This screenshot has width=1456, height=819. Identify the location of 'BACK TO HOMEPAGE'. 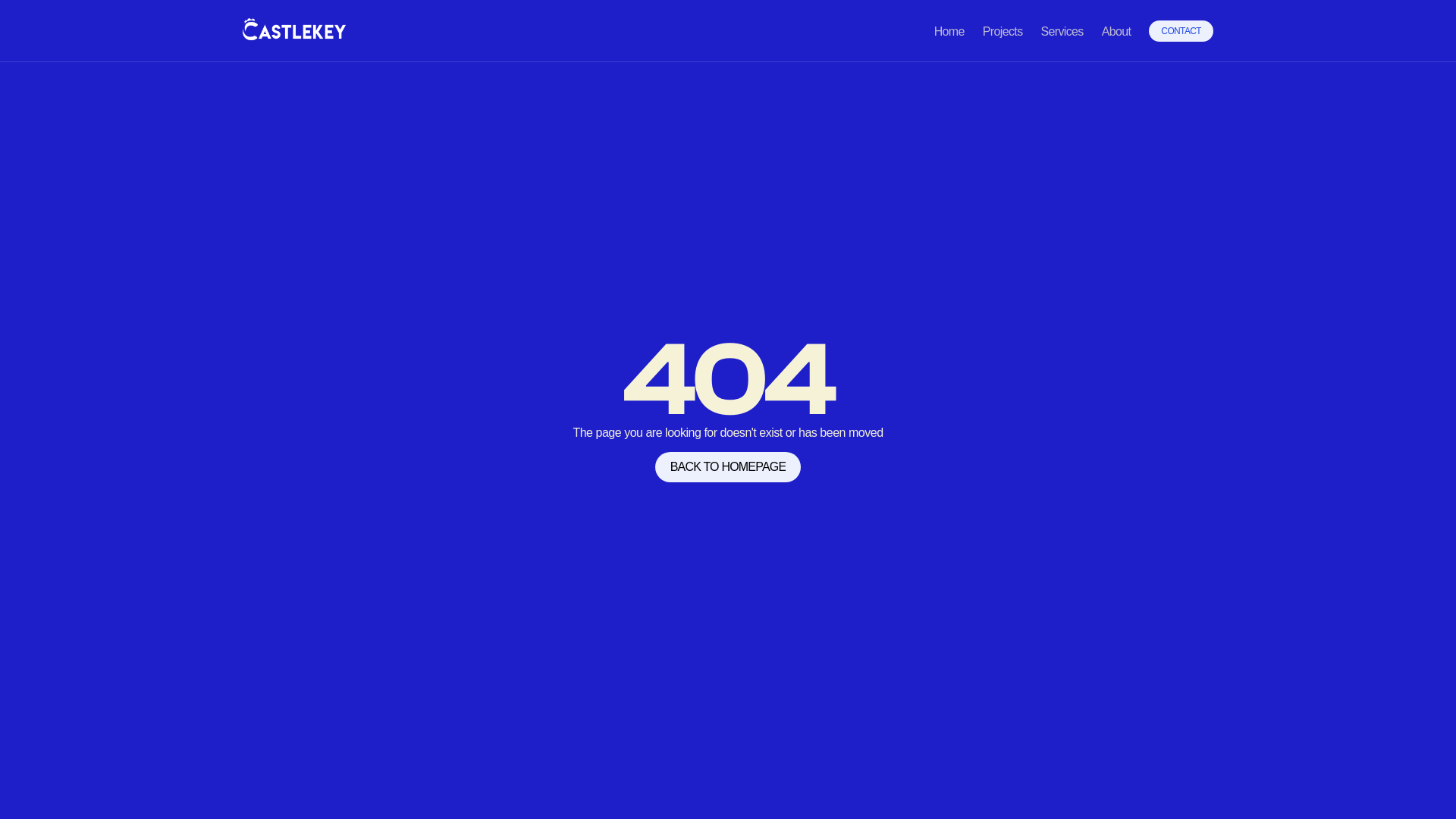
(655, 466).